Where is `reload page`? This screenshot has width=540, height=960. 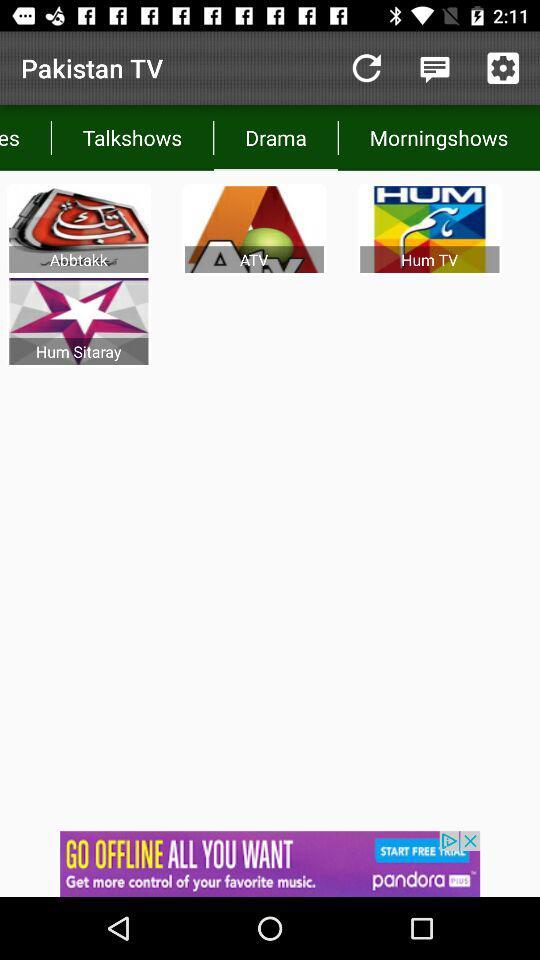 reload page is located at coordinates (365, 68).